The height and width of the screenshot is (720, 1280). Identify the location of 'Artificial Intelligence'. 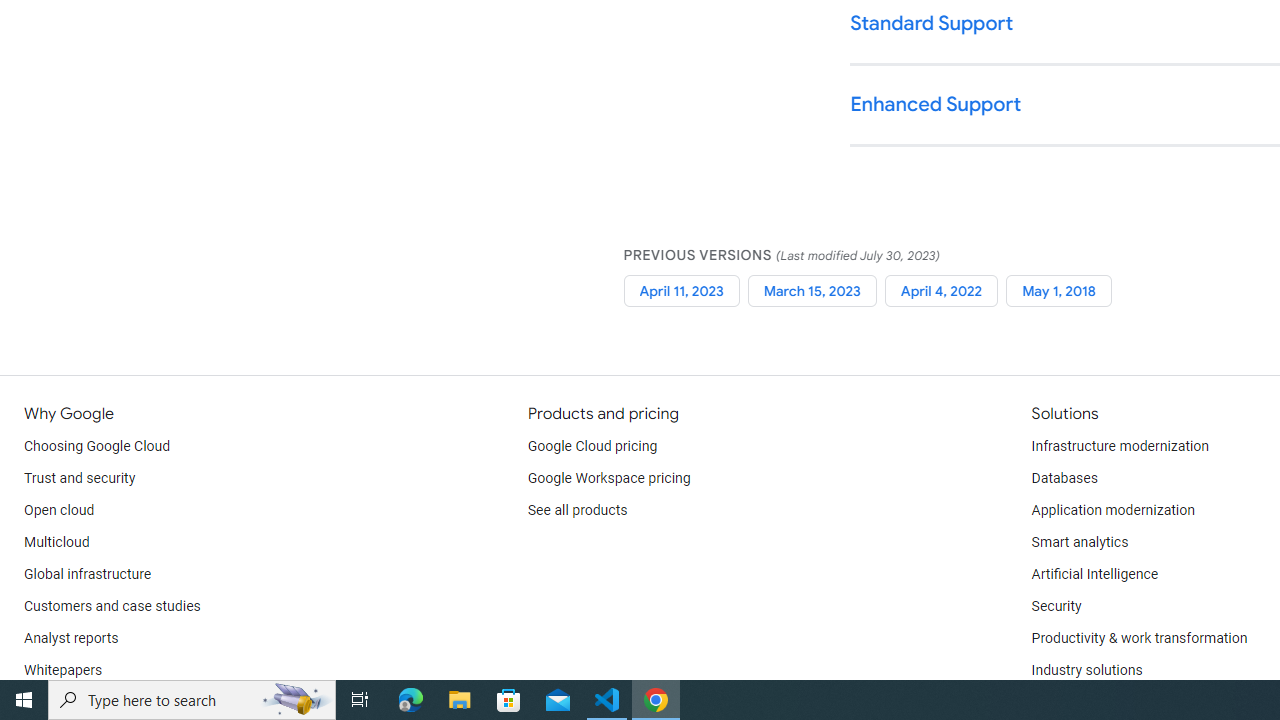
(1093, 574).